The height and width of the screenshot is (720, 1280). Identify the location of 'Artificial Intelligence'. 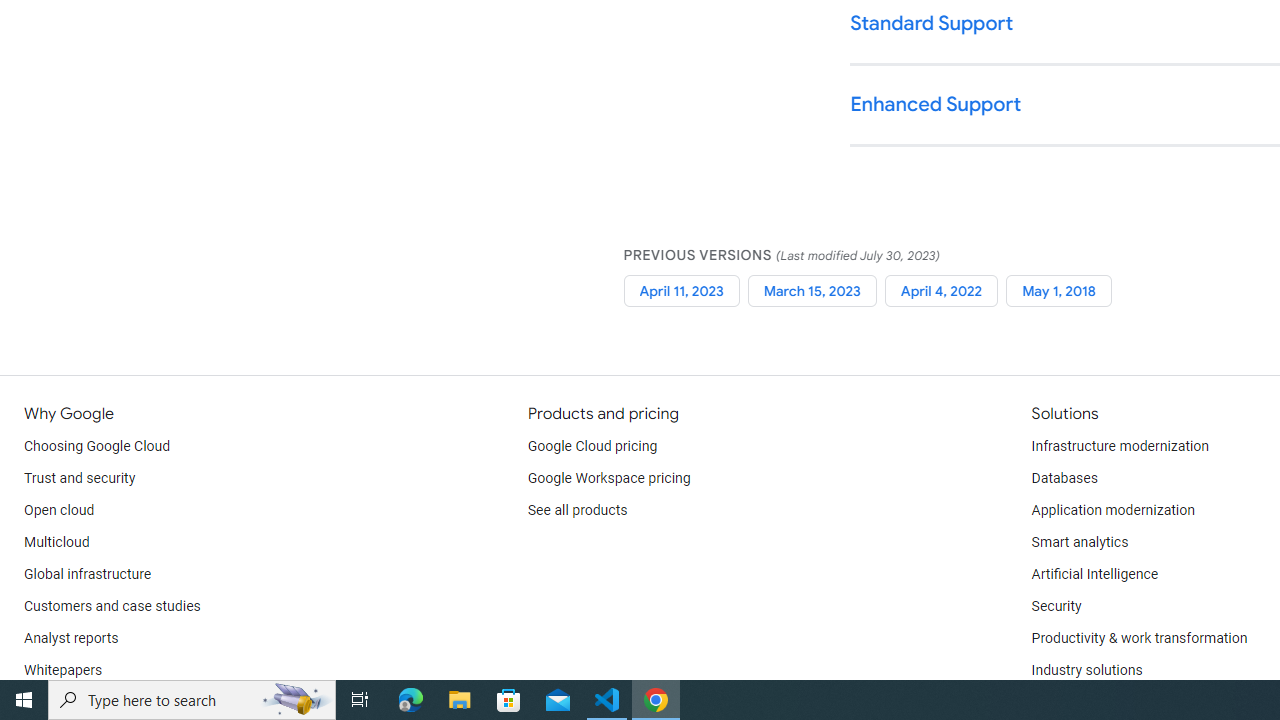
(1093, 574).